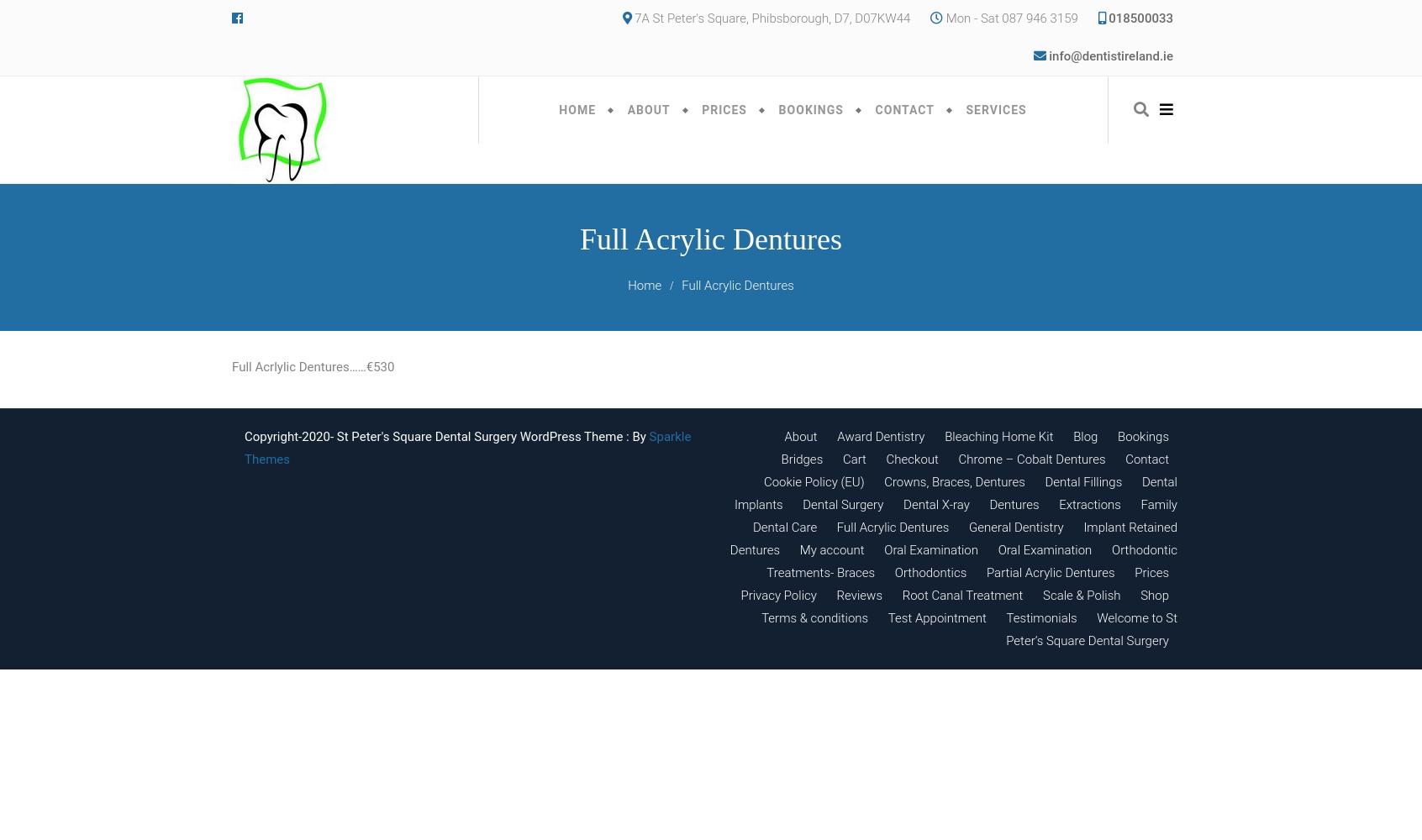 Image resolution: width=1422 pixels, height=840 pixels. What do you see at coordinates (231, 367) in the screenshot?
I see `'Full Acrlylic Dentures……€530'` at bounding box center [231, 367].